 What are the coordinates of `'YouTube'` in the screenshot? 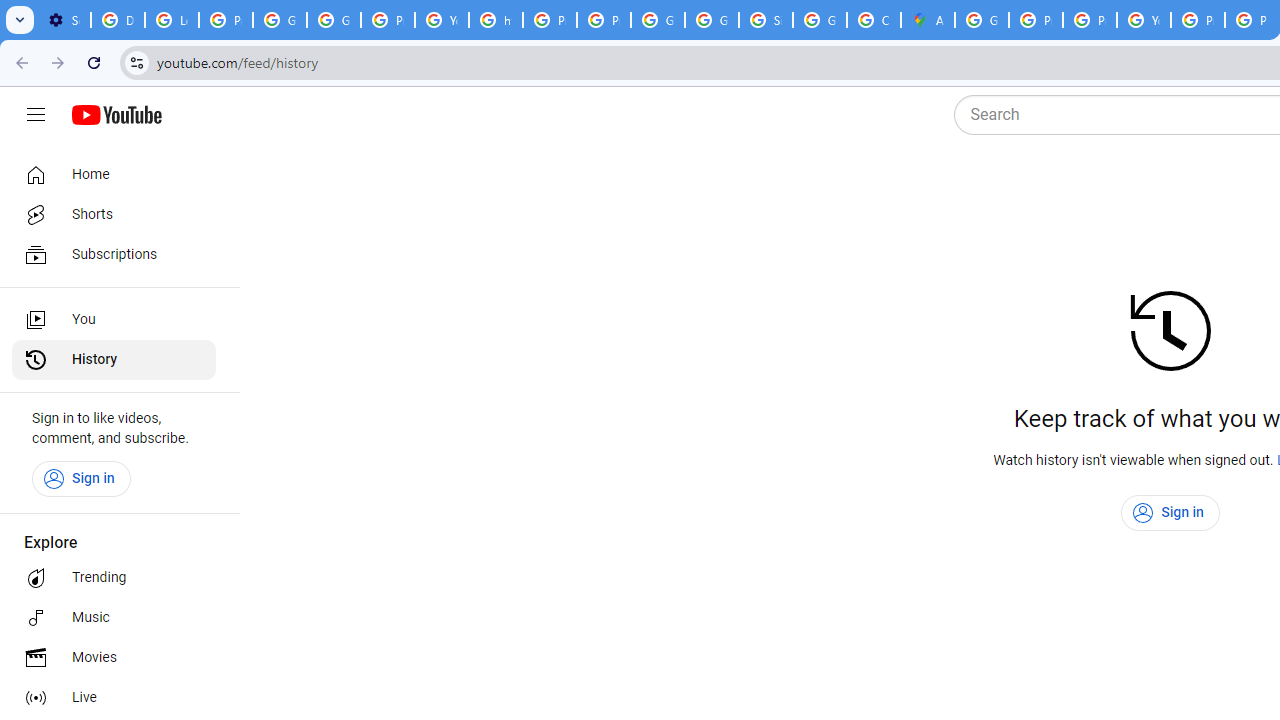 It's located at (1144, 20).